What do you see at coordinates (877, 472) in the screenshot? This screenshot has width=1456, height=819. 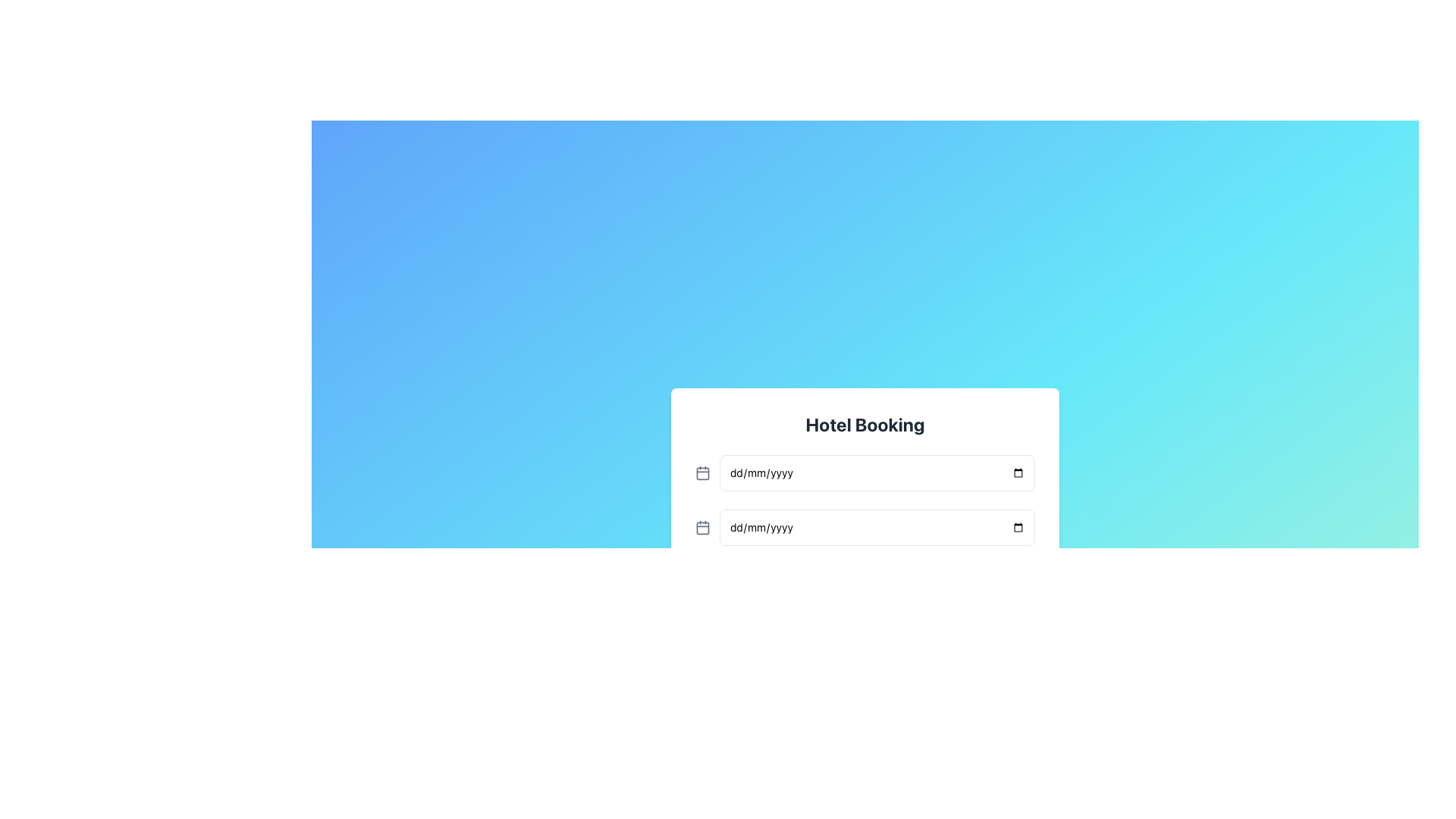 I see `the date input field marked by the placeholder 'dd/mm/yyyy' to focus on it` at bounding box center [877, 472].